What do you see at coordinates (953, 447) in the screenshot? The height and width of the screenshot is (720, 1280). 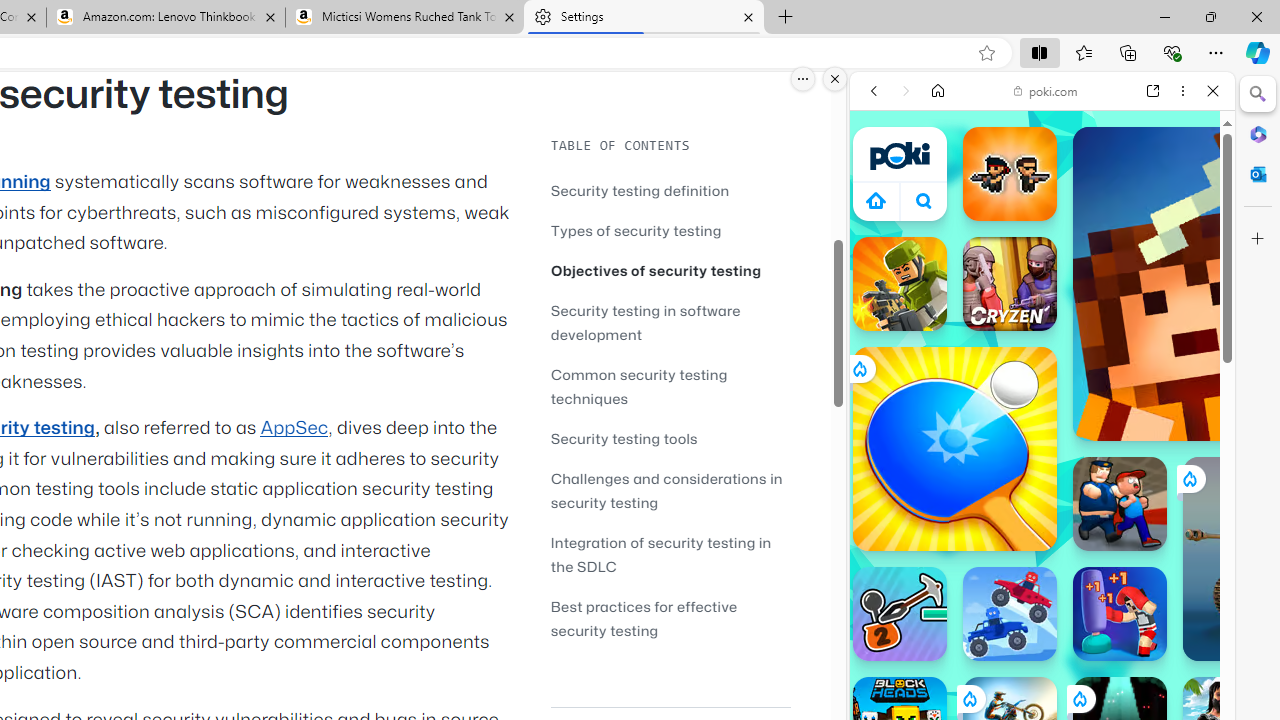 I see `'Ping Pong Go!'` at bounding box center [953, 447].